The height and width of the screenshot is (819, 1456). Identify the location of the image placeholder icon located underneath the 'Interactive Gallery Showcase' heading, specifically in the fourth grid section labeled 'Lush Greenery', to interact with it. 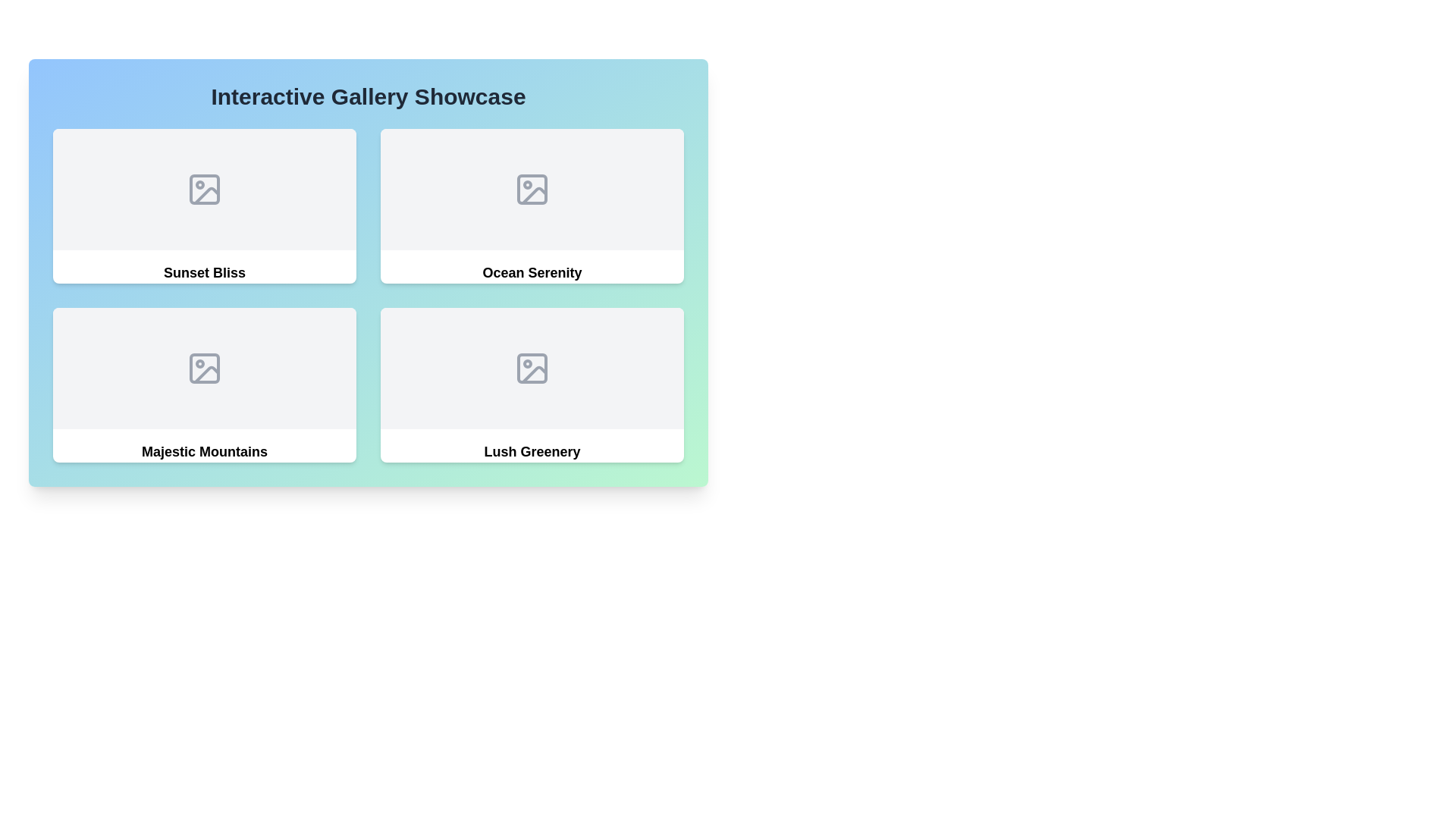
(532, 369).